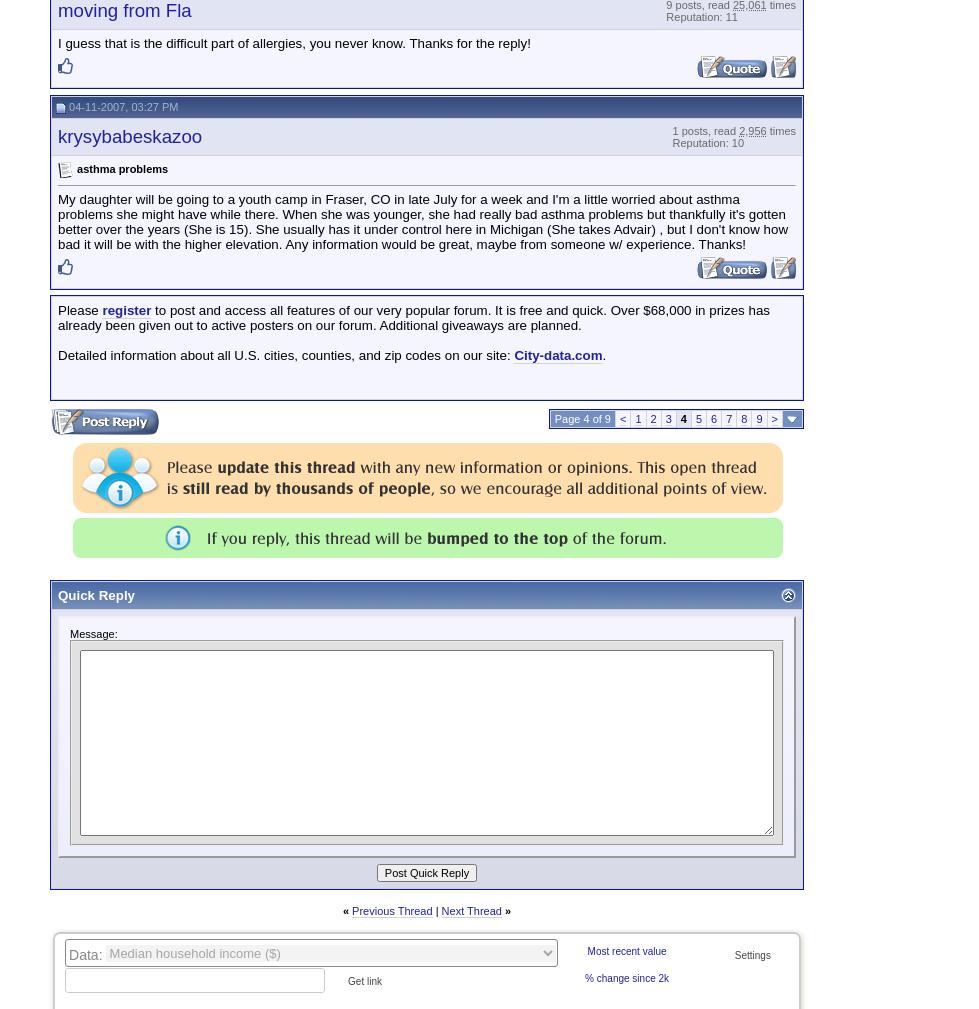 This screenshot has height=1009, width=979. Describe the element at coordinates (470, 911) in the screenshot. I see `'Next Thread'` at that location.